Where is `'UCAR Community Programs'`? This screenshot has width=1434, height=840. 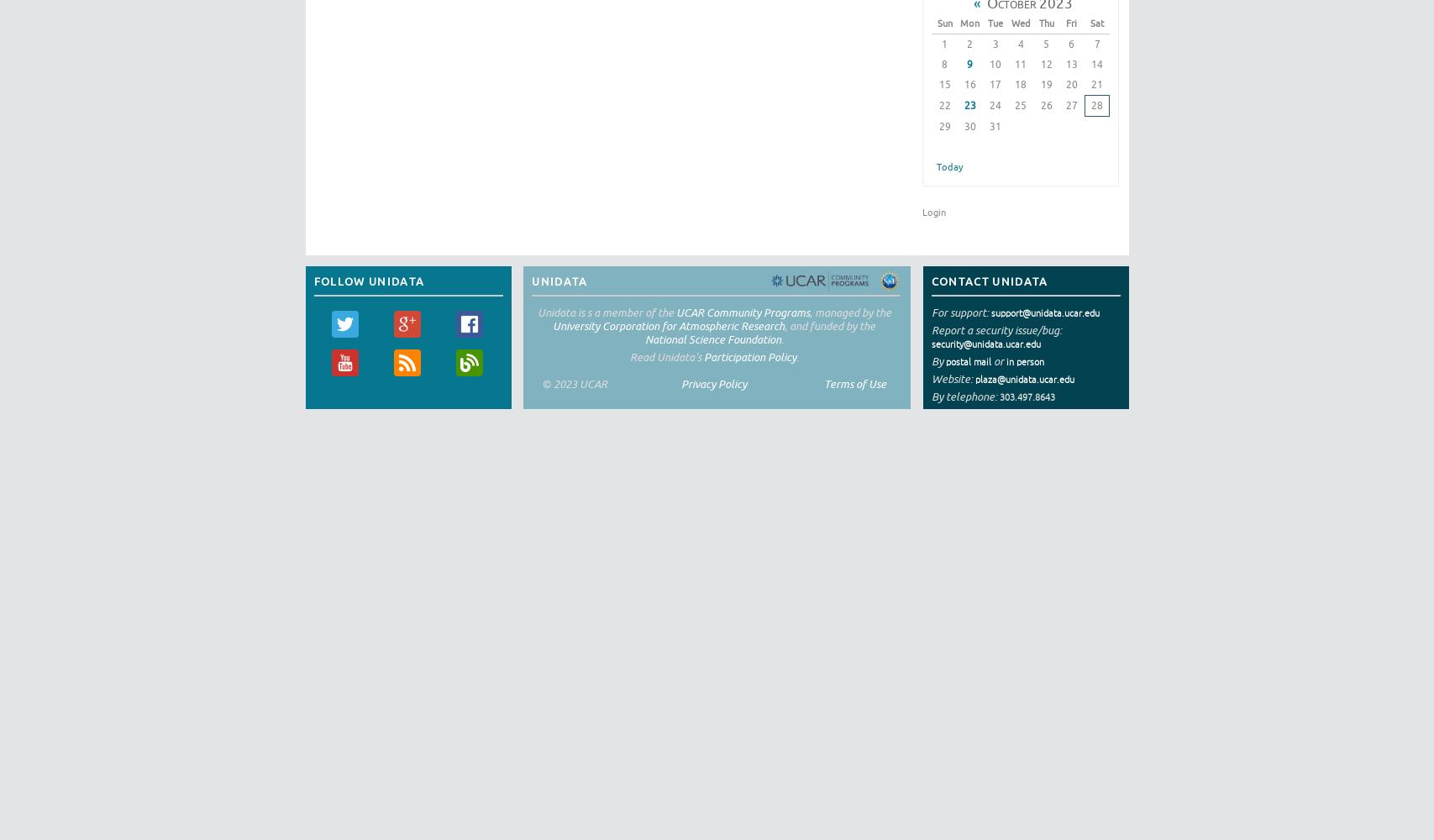 'UCAR Community Programs' is located at coordinates (741, 311).